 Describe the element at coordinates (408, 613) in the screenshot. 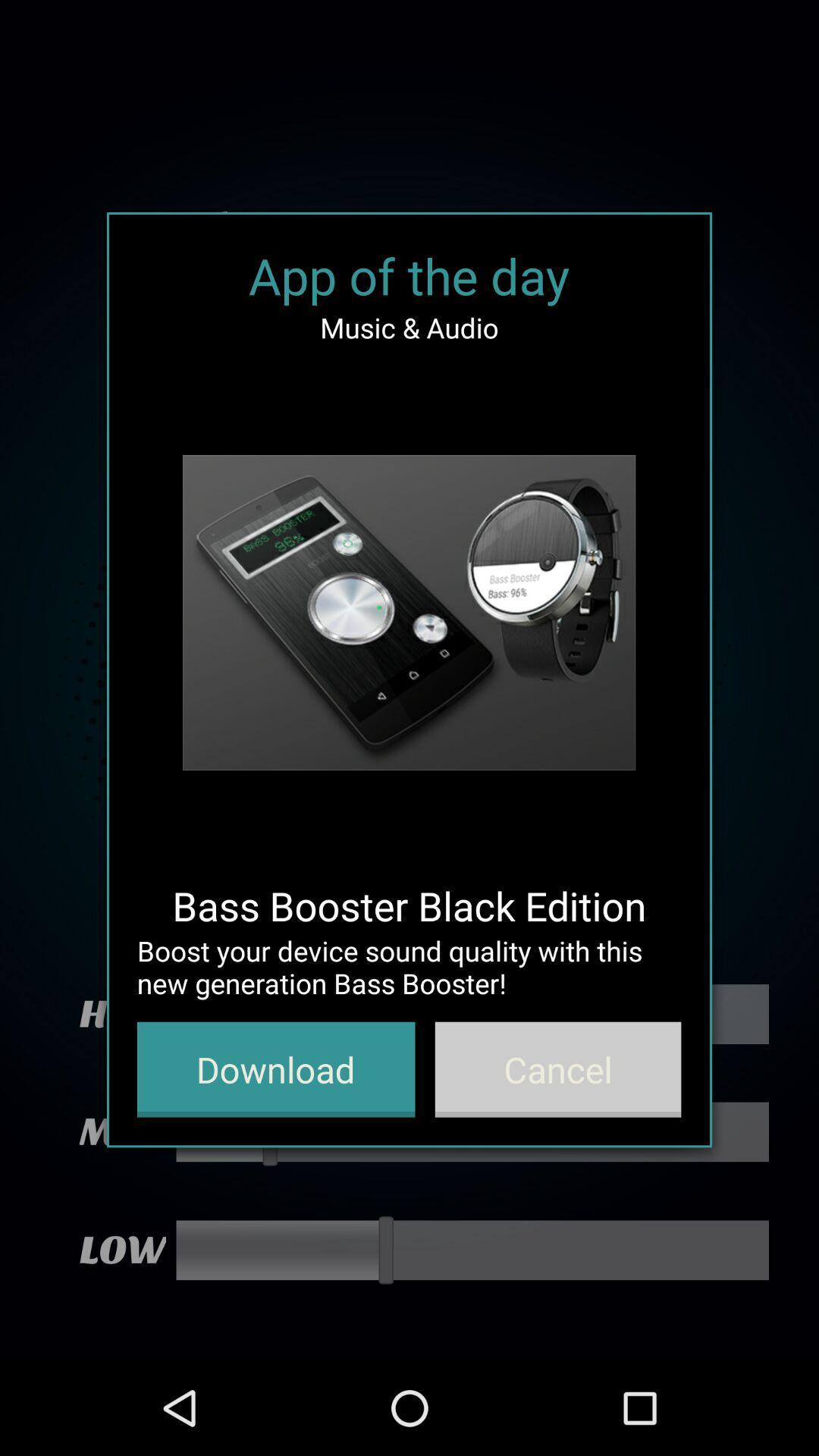

I see `the item above bass booster black item` at that location.